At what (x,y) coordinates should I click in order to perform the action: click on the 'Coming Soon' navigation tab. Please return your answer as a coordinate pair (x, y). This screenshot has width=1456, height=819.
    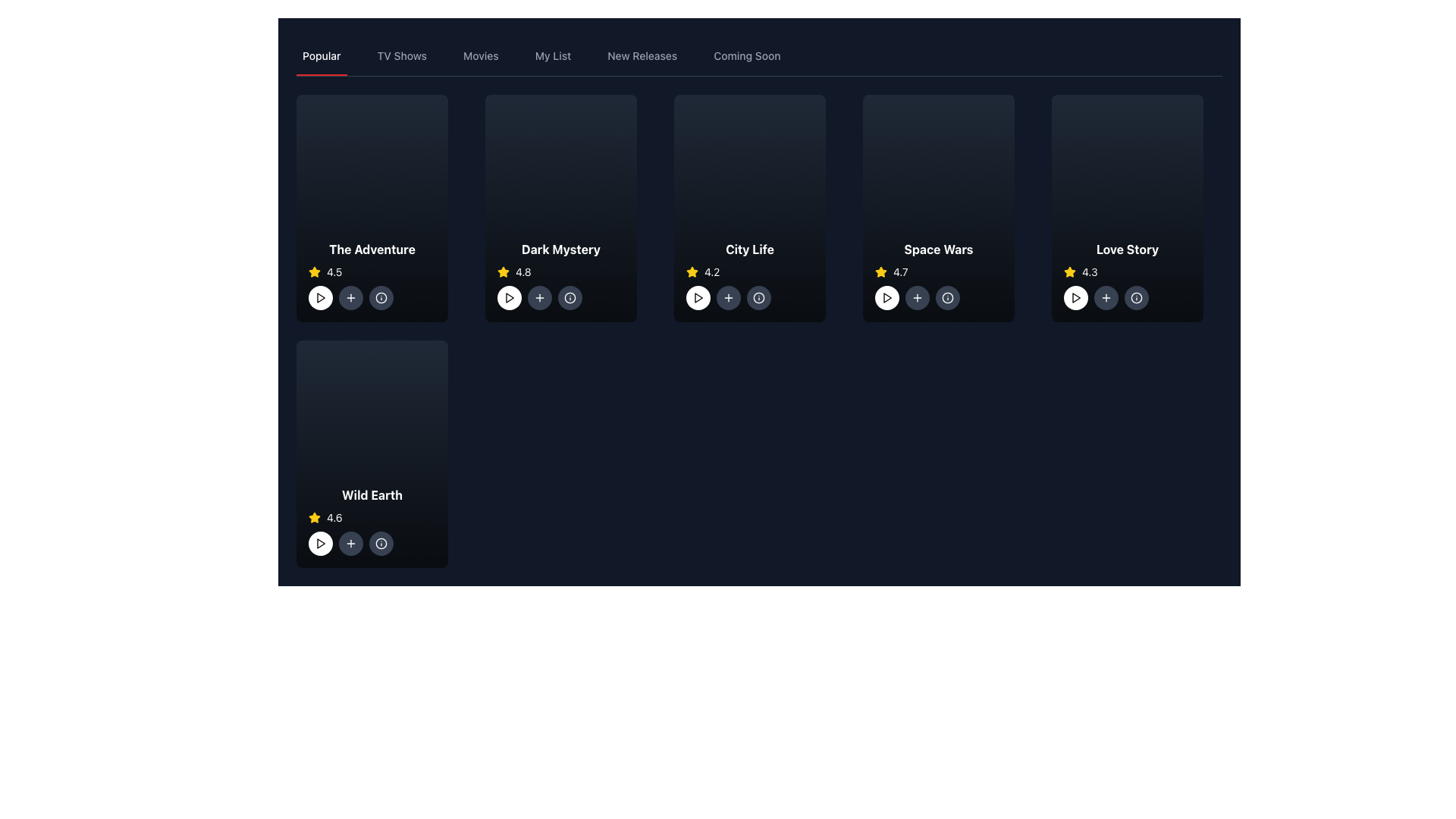
    Looking at the image, I should click on (747, 55).